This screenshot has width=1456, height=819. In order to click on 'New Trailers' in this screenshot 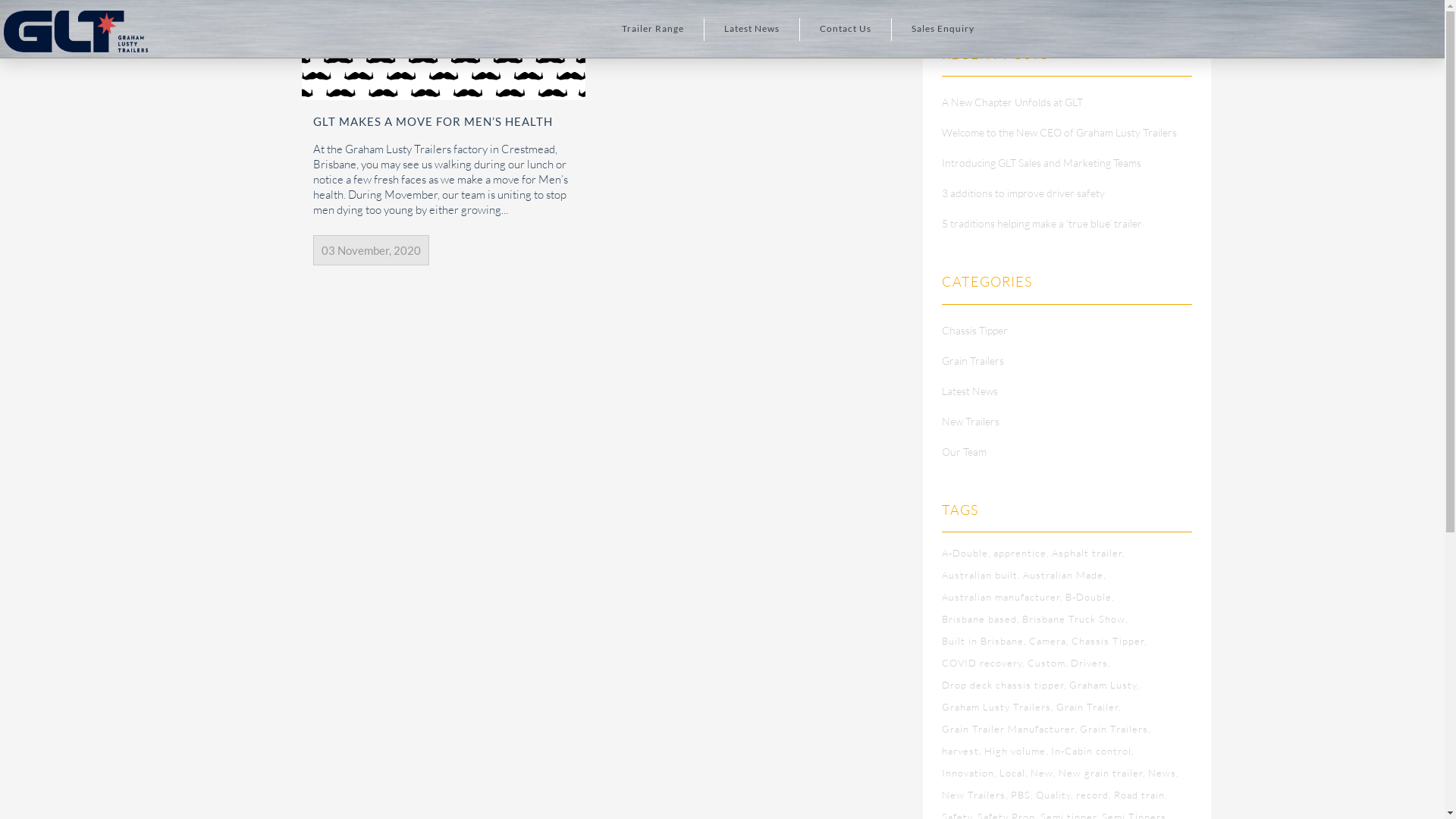, I will do `click(971, 421)`.